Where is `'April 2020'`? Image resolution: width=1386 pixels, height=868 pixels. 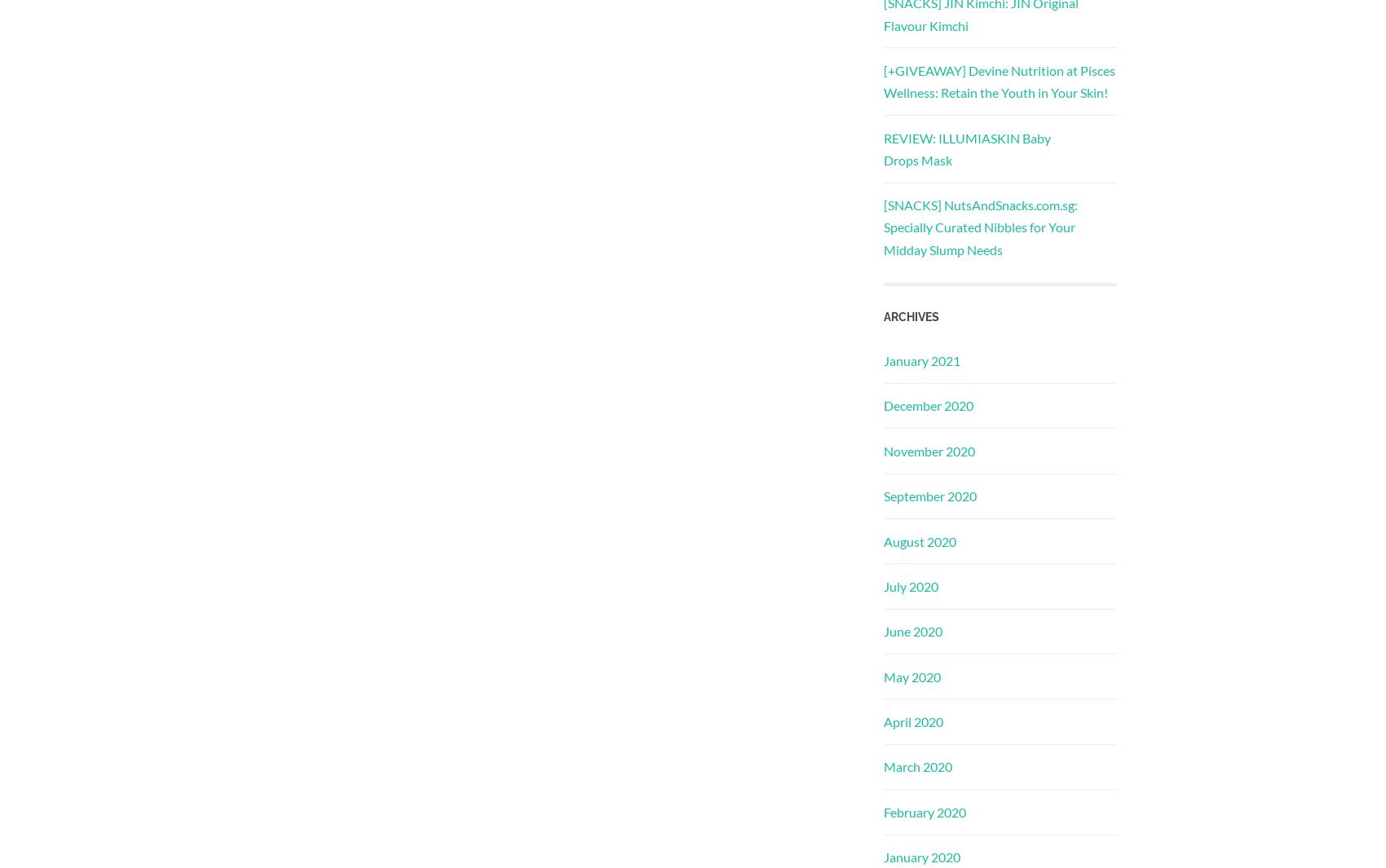 'April 2020' is located at coordinates (913, 721).